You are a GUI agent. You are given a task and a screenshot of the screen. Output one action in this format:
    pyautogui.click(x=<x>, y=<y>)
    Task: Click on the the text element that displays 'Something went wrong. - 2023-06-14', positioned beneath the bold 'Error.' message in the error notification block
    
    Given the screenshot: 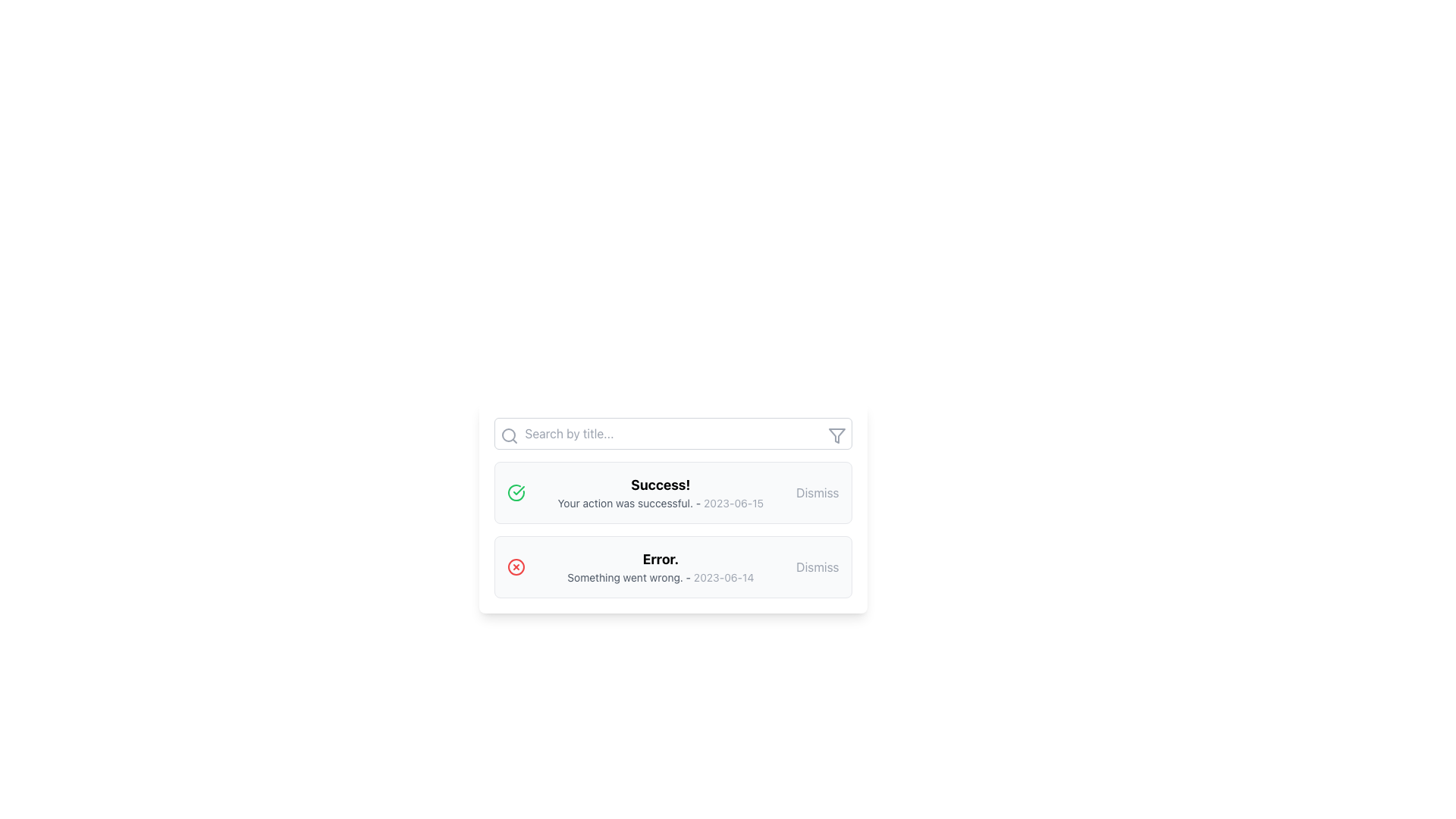 What is the action you would take?
    pyautogui.click(x=661, y=578)
    